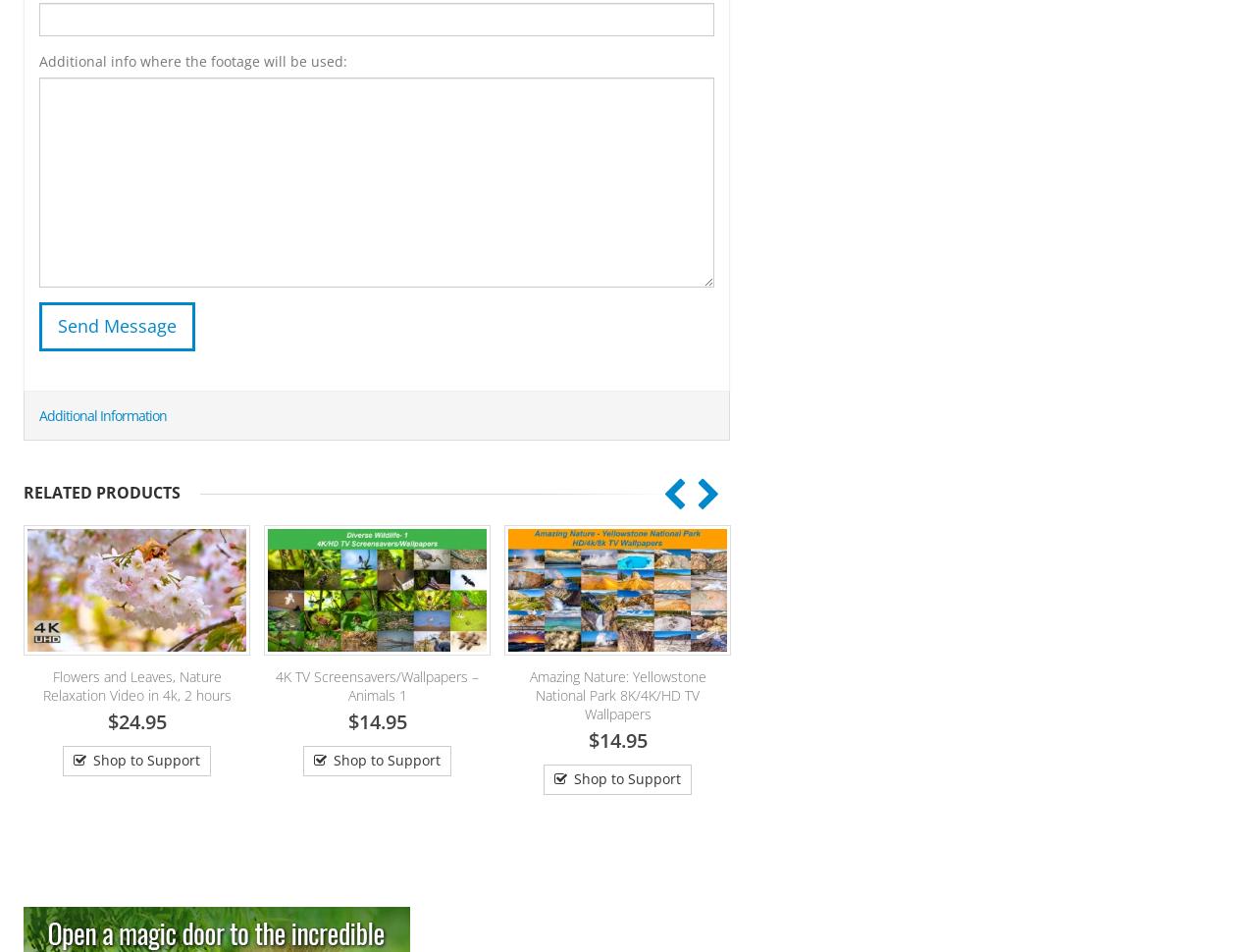 This screenshot has width=1252, height=952. Describe the element at coordinates (187, 685) in the screenshot. I see `'4K TV Screensavers/Wallpapers – Animals 1'` at that location.